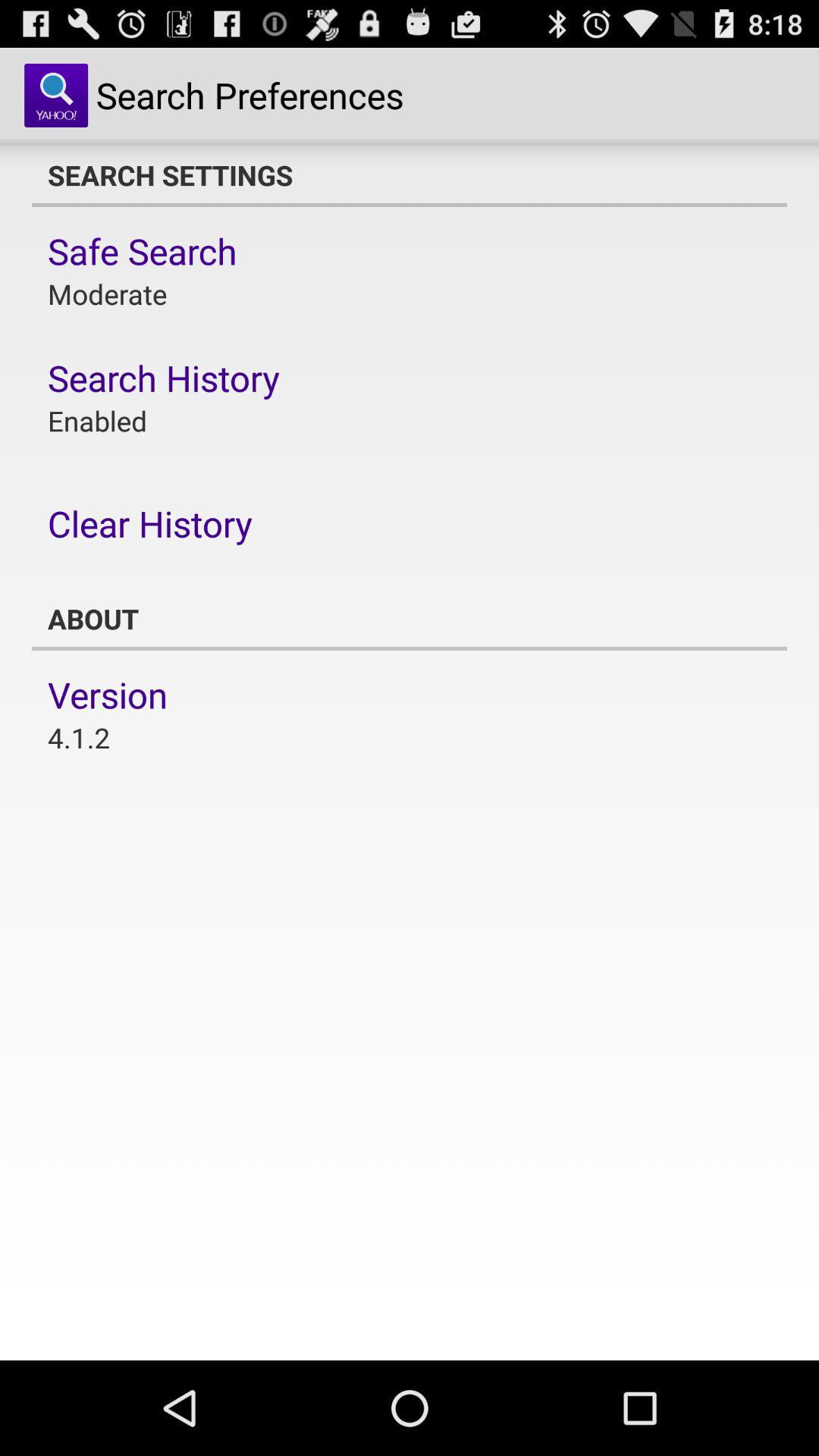 Image resolution: width=819 pixels, height=1456 pixels. I want to click on the app below moderate, so click(164, 378).